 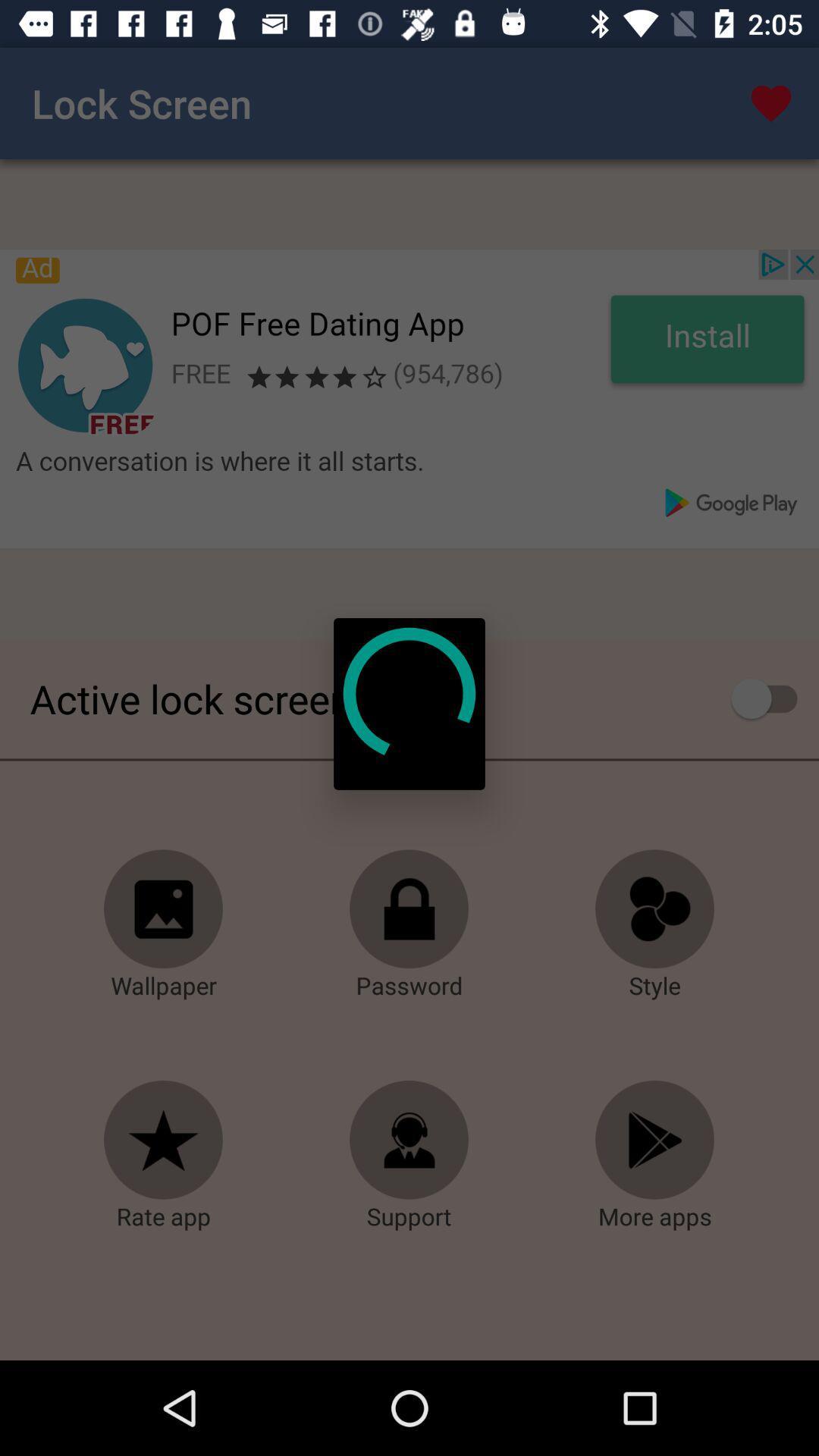 What do you see at coordinates (164, 1140) in the screenshot?
I see `rating` at bounding box center [164, 1140].